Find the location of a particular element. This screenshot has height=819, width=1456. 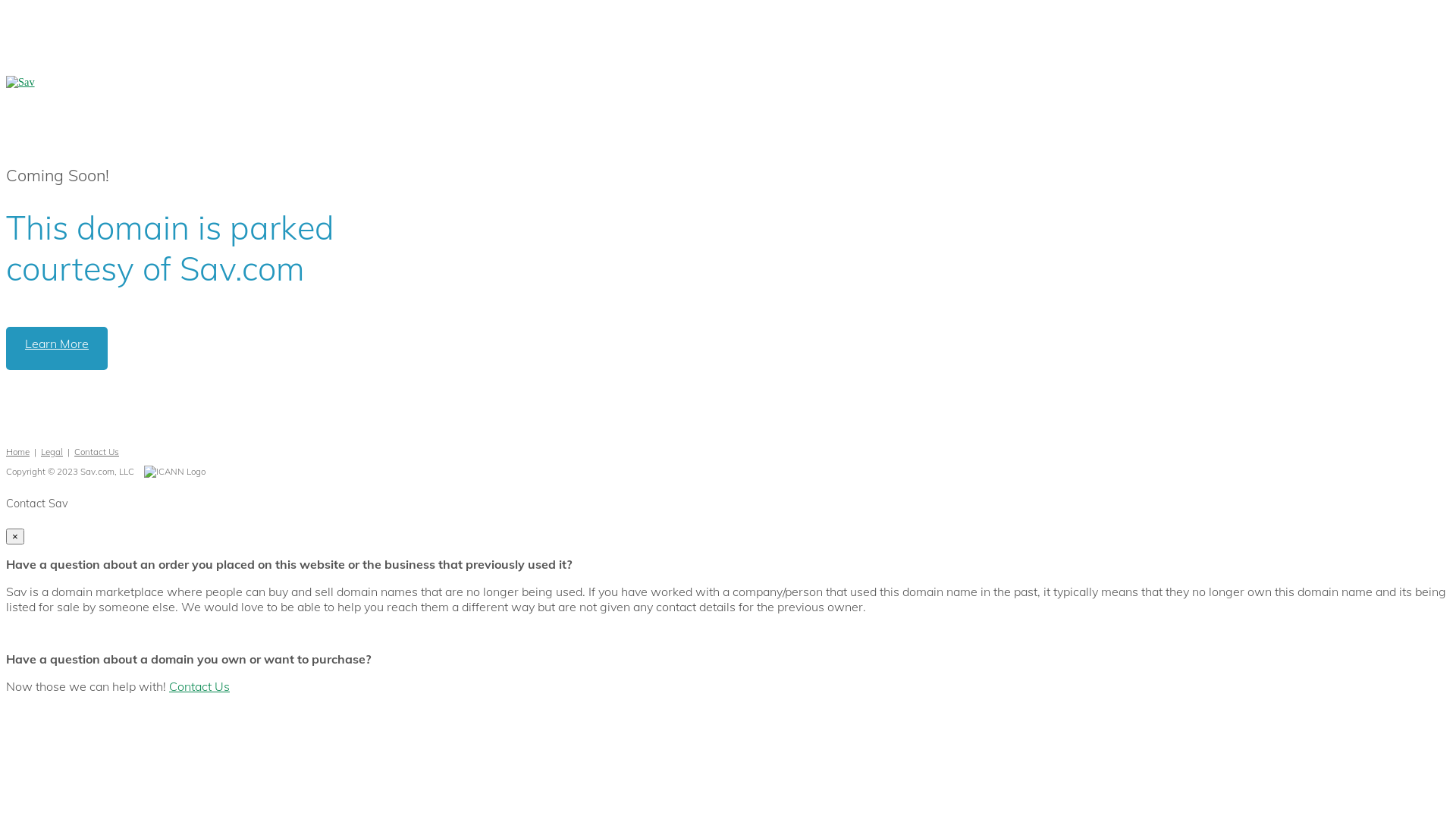

'Contact Us' is located at coordinates (96, 450).